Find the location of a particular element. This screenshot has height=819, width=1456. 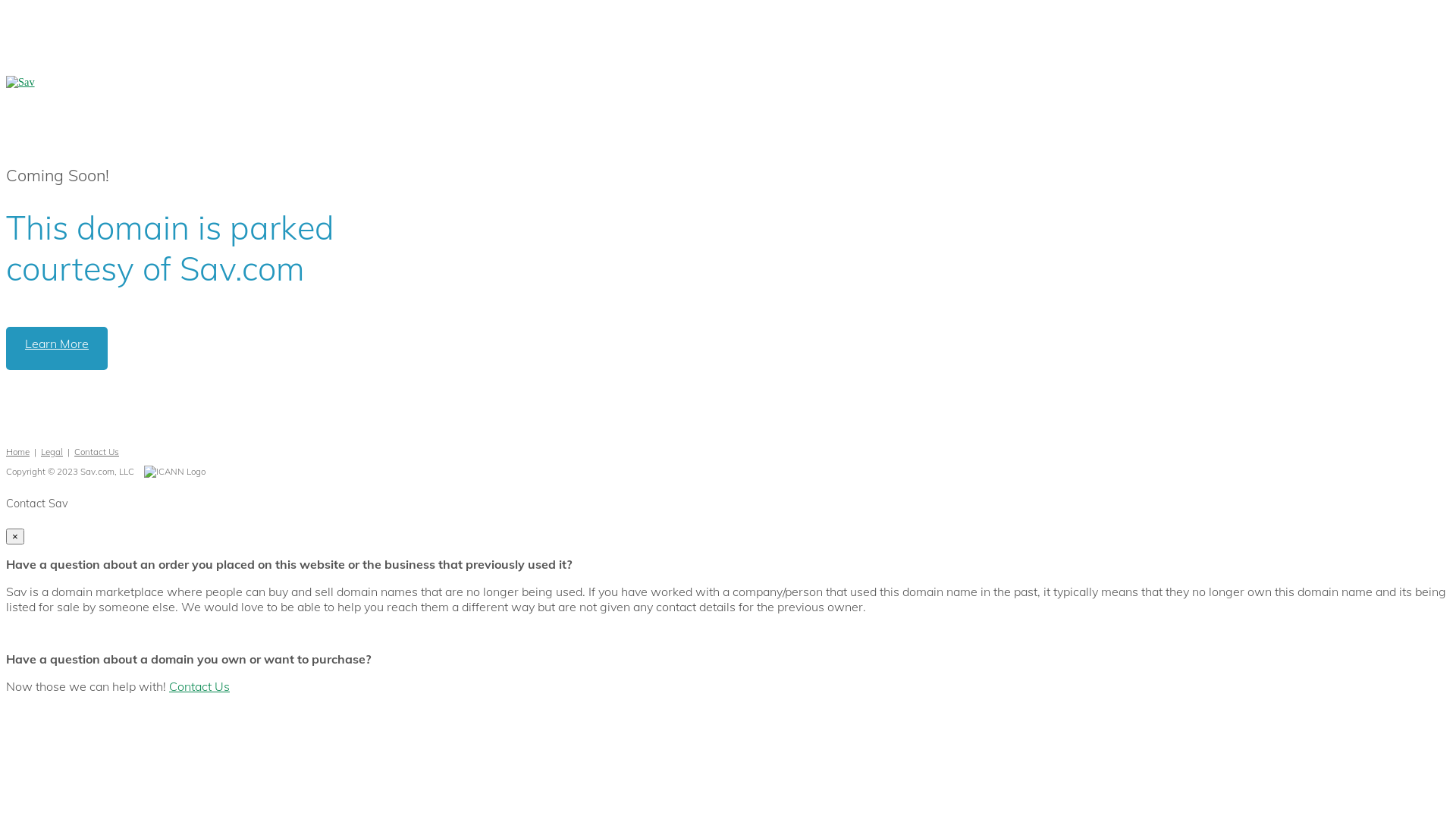

'Contact Us' is located at coordinates (96, 450).